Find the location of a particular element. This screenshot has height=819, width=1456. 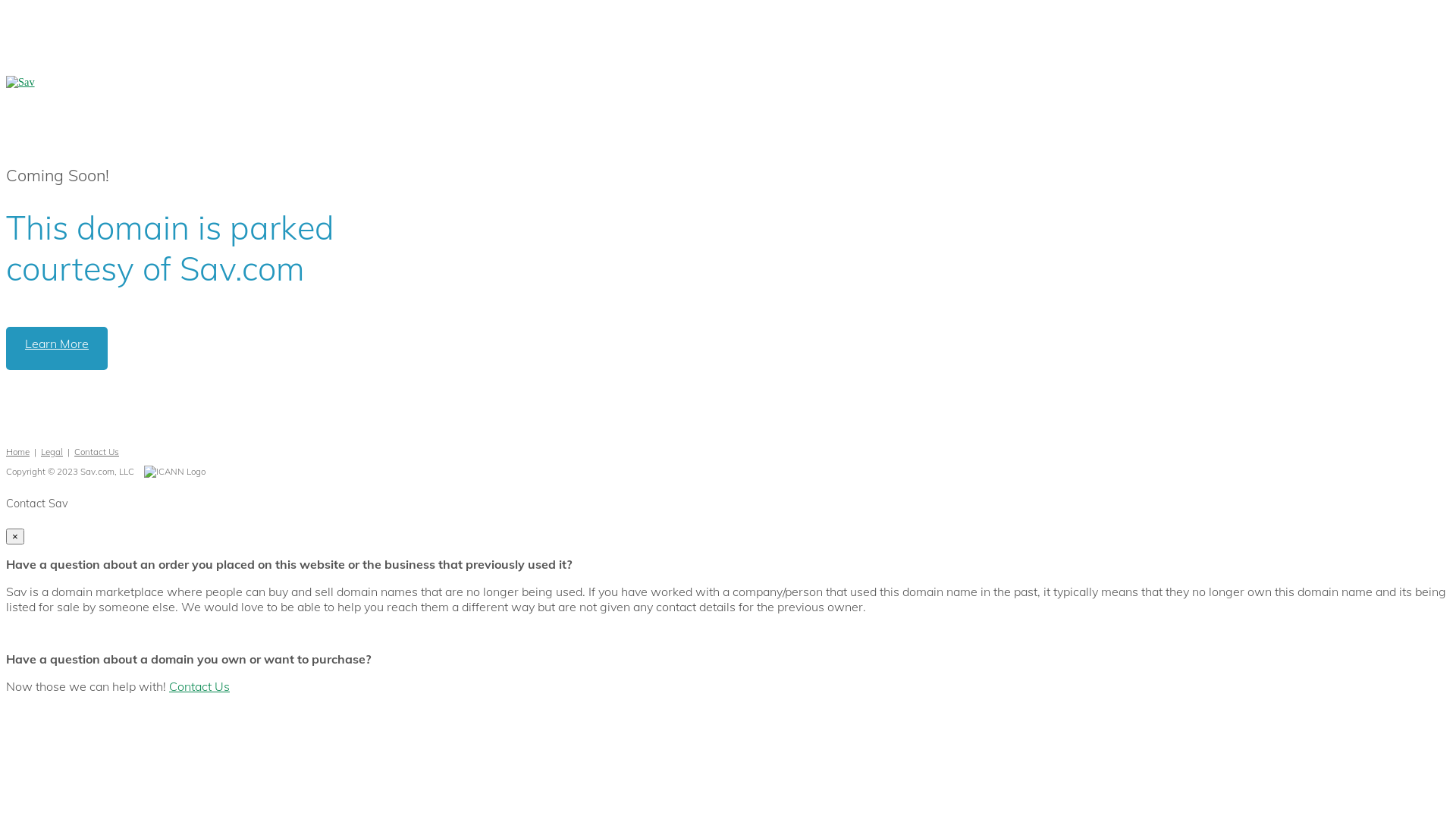

'Contact Us' is located at coordinates (96, 450).